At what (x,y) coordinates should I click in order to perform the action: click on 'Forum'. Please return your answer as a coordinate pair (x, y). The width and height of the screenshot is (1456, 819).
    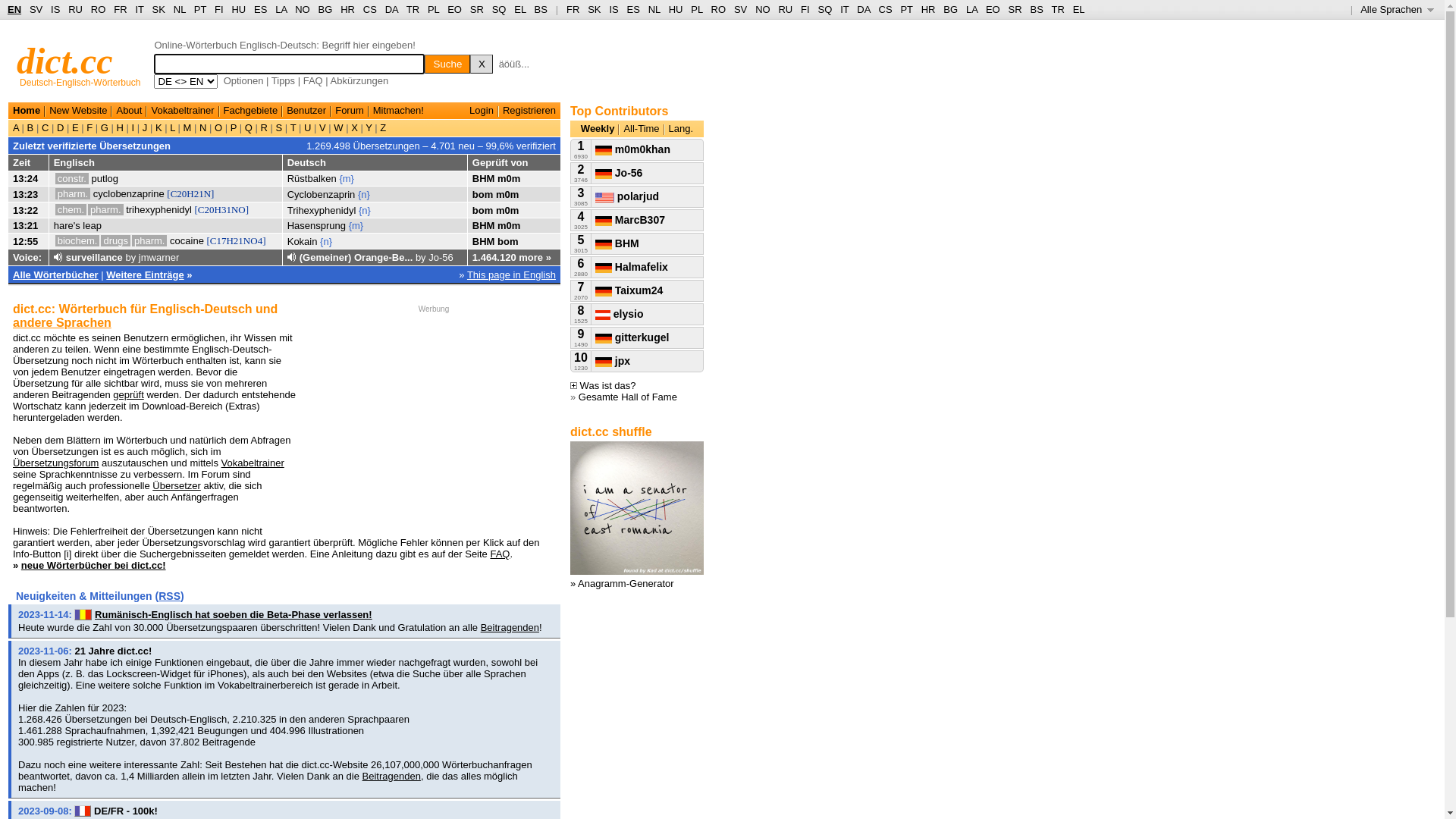
    Looking at the image, I should click on (334, 109).